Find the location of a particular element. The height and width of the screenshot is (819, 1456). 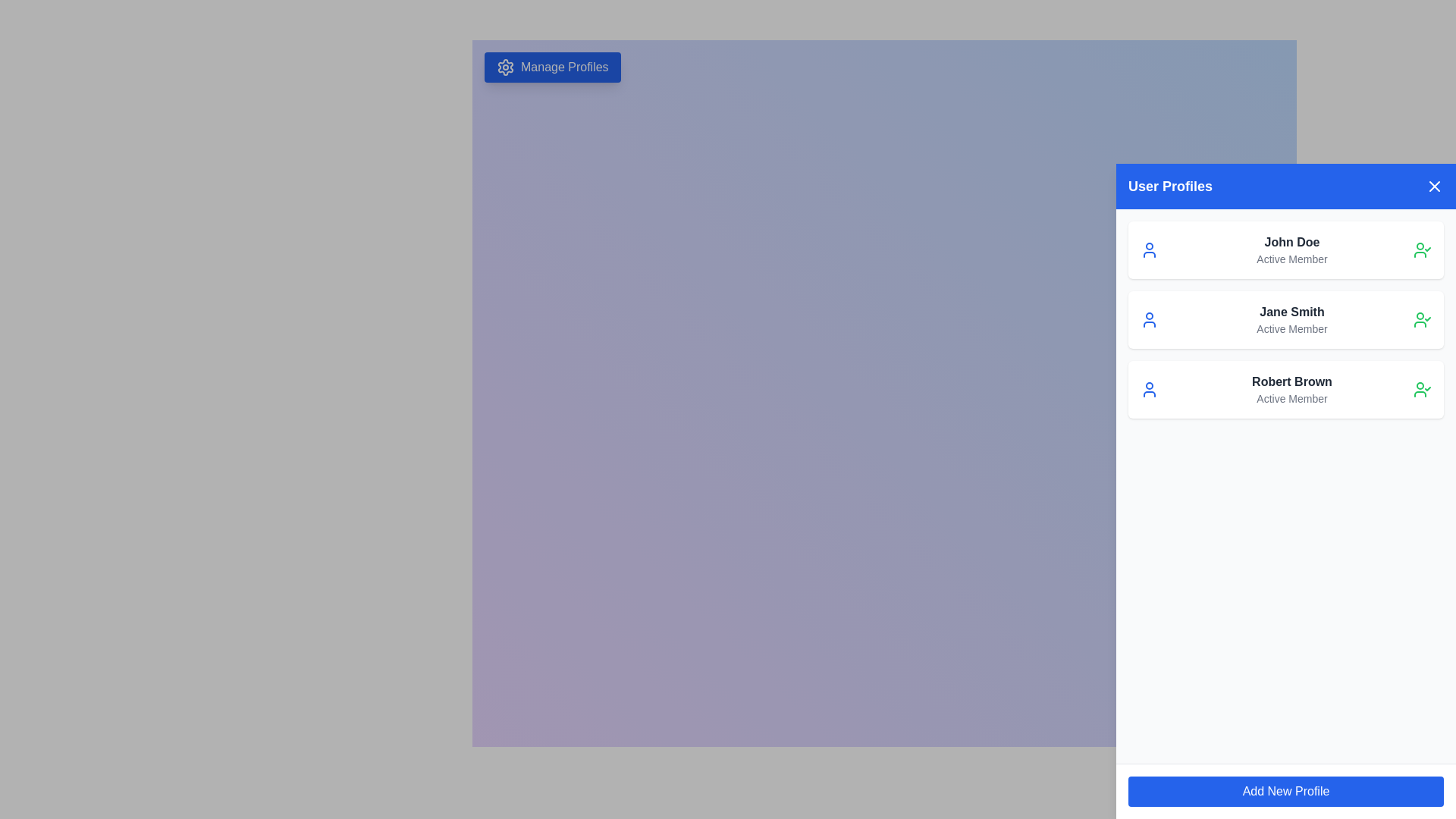

the text display showing 'Jane Smith' and 'Active Member' in bold and gray respectively, located in the second item of a vertical list is located at coordinates (1291, 318).